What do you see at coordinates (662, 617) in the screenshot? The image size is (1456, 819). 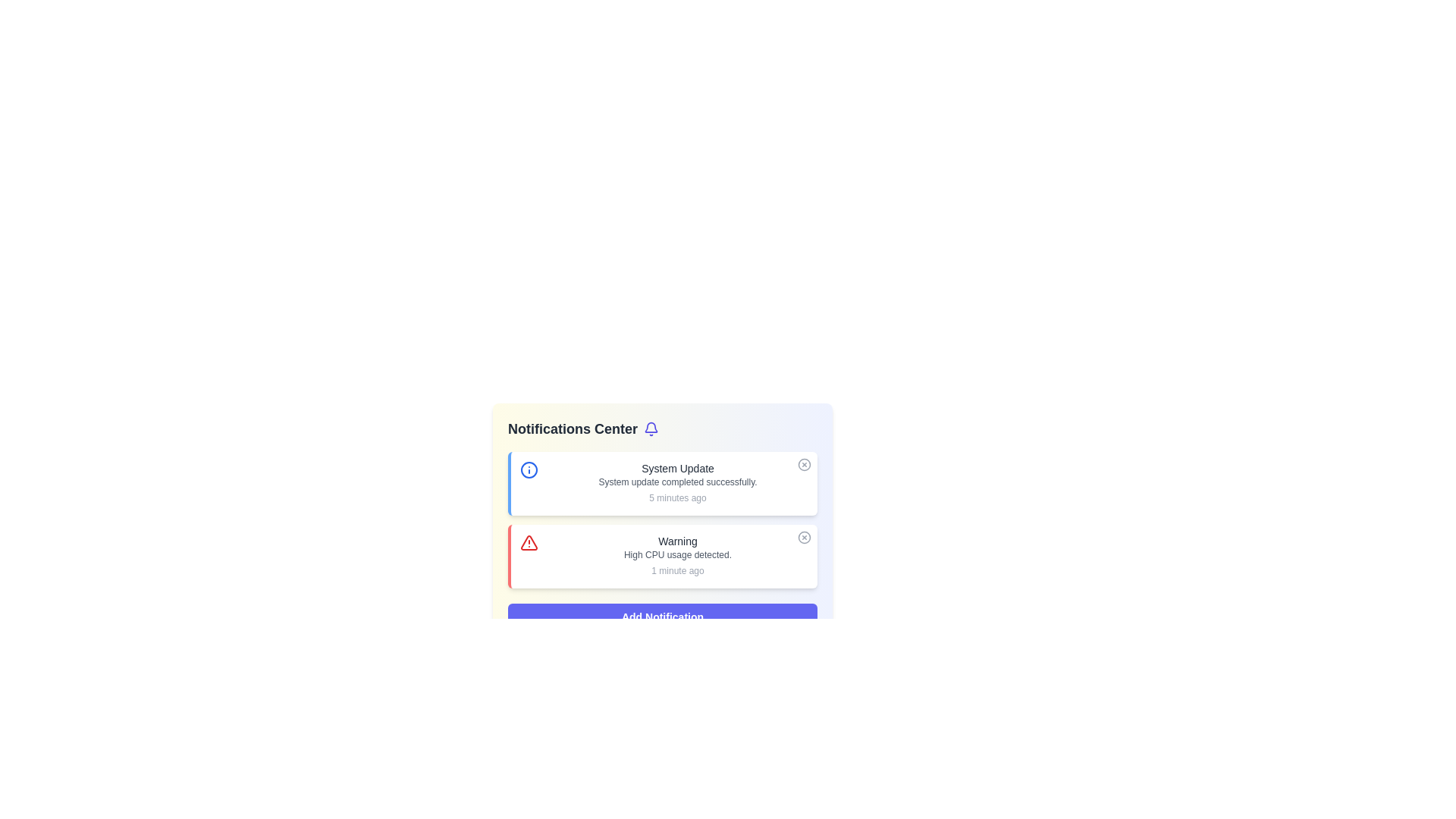 I see `the 'Add Notification' button, which is a rectangular button with rounded corners and a solid indigo background, located at the bottom of the 'Notifications Center'` at bounding box center [662, 617].